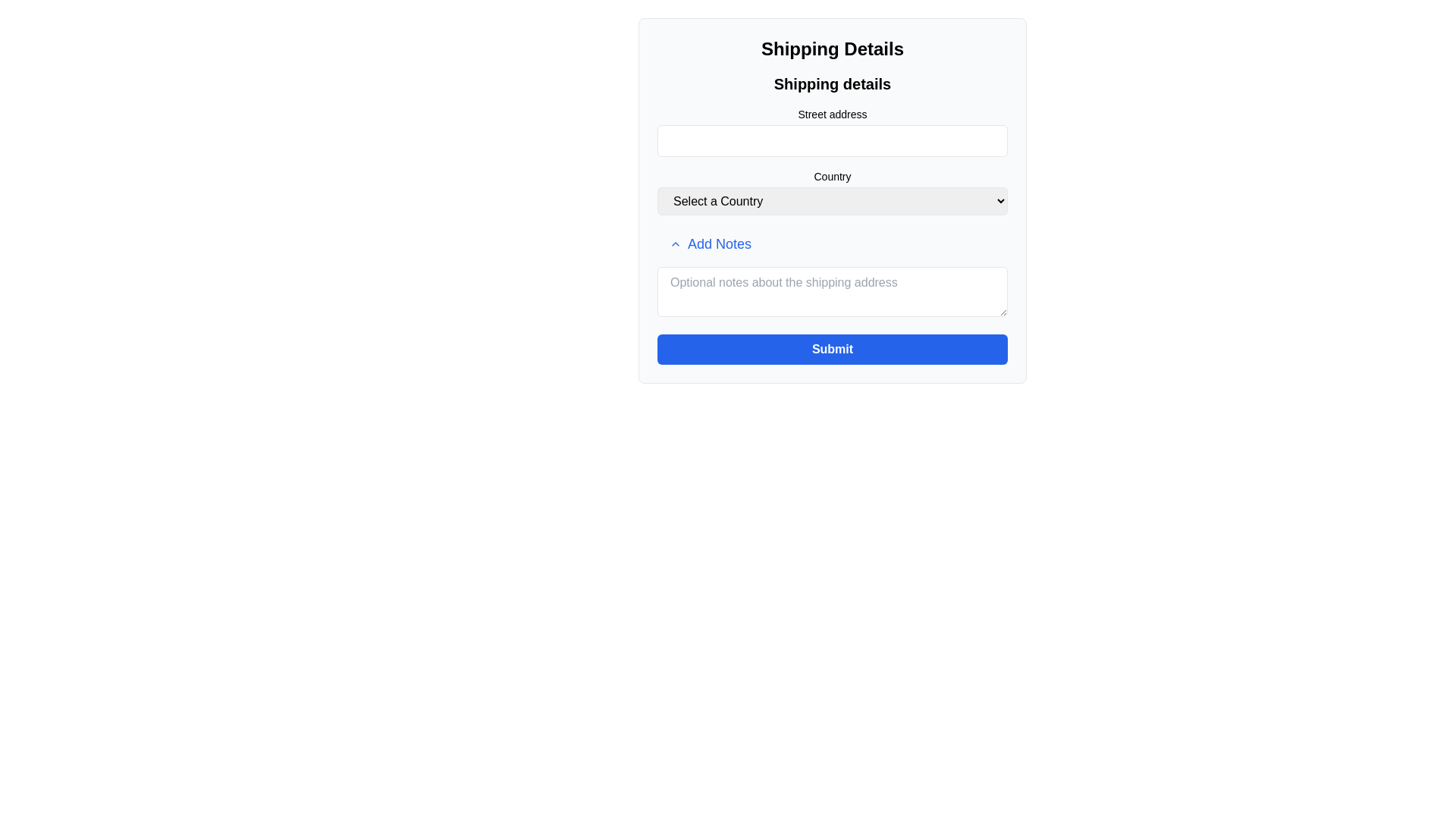 The image size is (1456, 819). Describe the element at coordinates (832, 350) in the screenshot. I see `the submission button located at the bottom of the 'Shipping Details' section to trigger a potential styling change` at that location.